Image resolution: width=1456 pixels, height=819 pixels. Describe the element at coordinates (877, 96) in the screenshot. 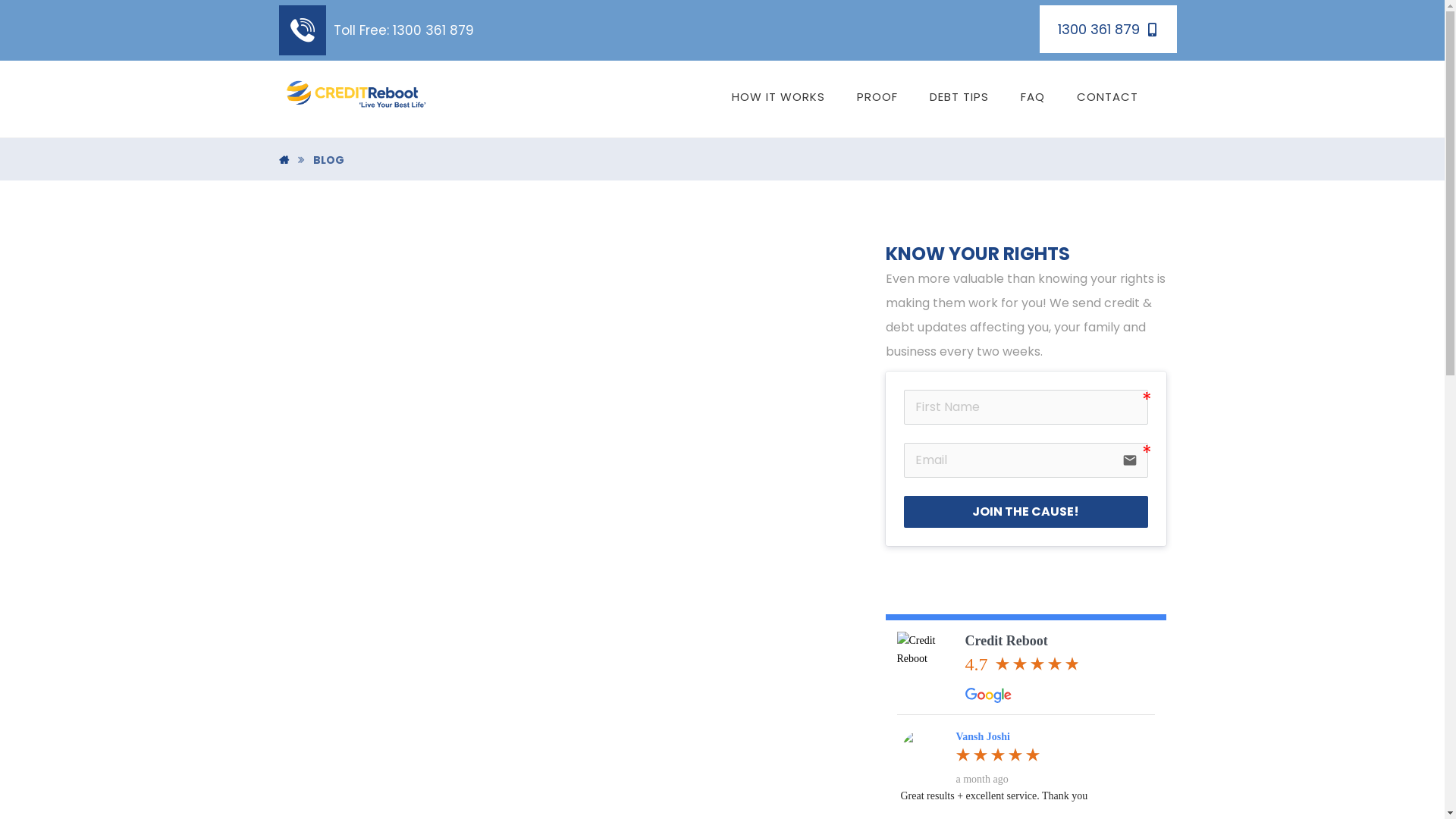

I see `'PROOF'` at that location.